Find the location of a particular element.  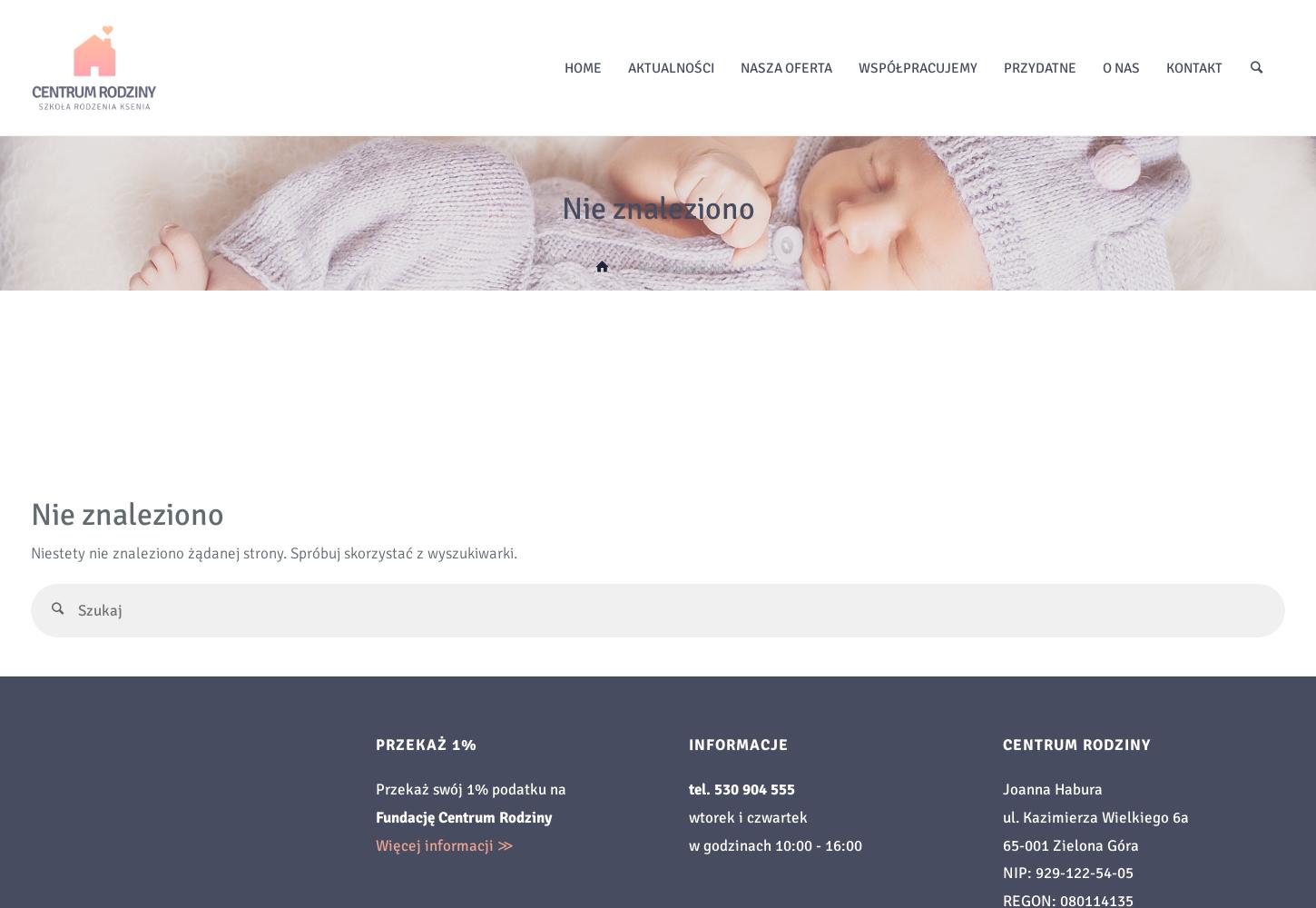

'65-001 Zielona Góra' is located at coordinates (1068, 844).